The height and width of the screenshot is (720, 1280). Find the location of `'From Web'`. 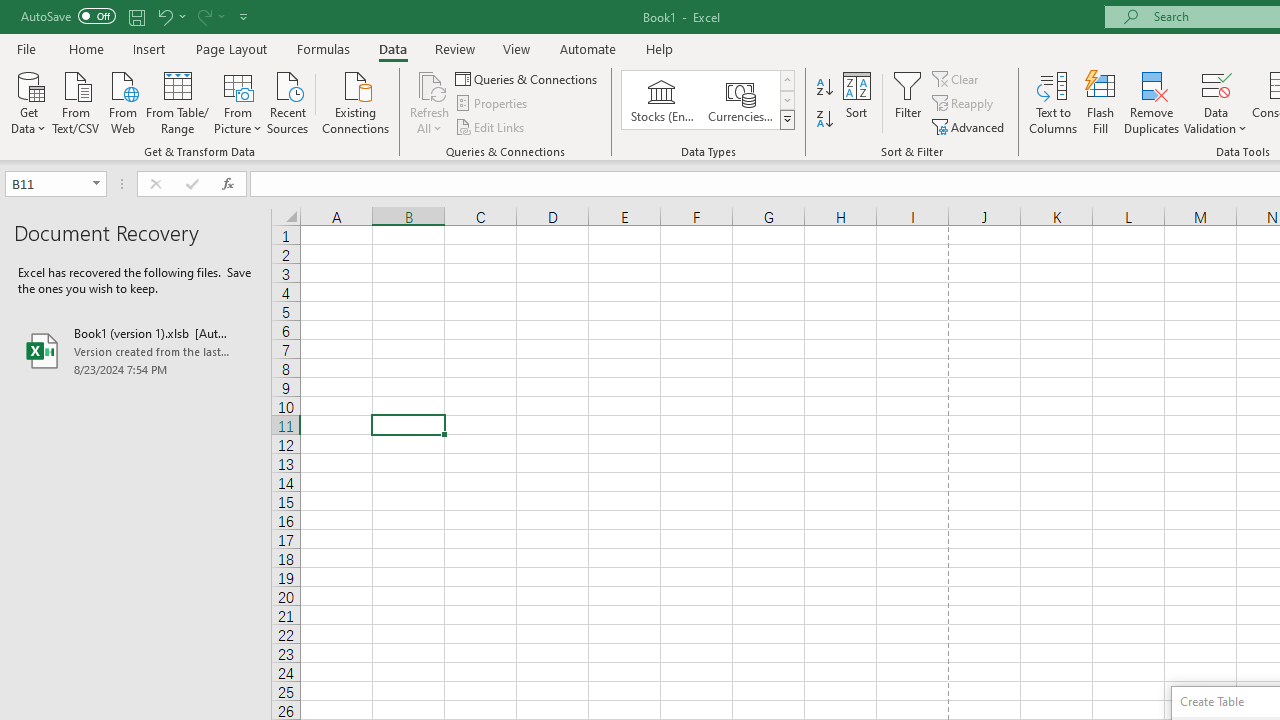

'From Web' is located at coordinates (121, 101).